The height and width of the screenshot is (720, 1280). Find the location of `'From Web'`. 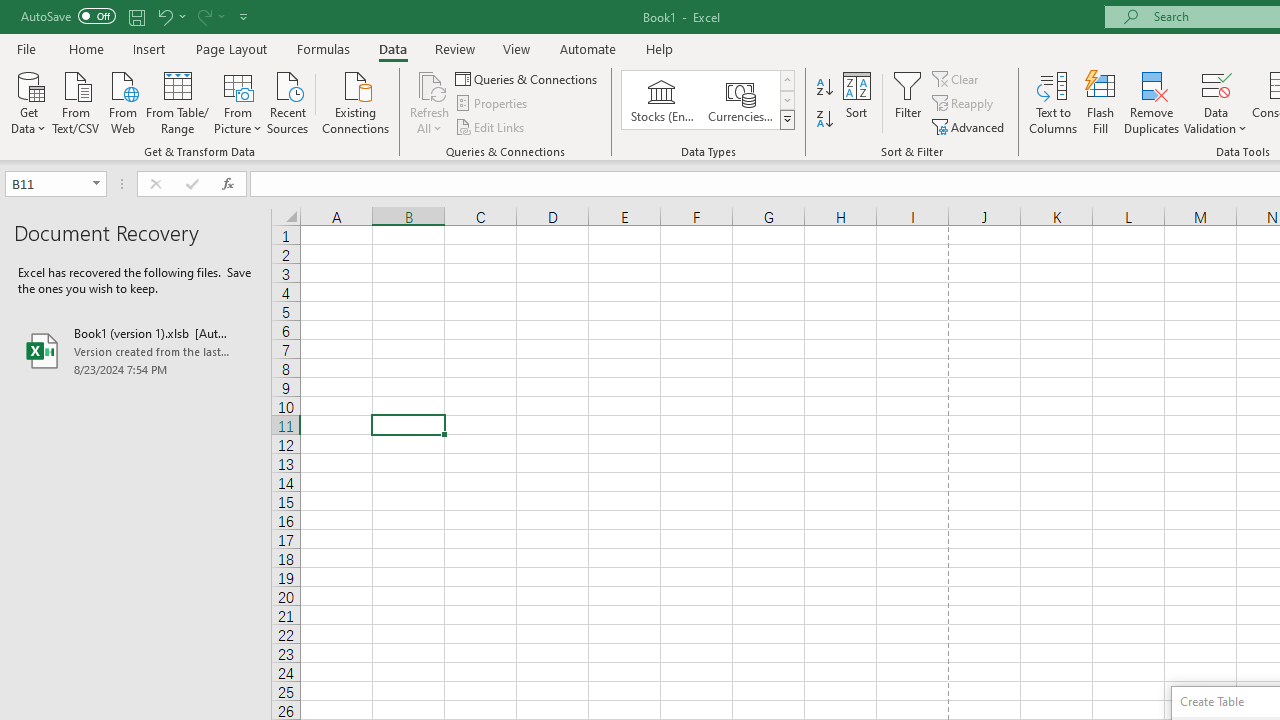

'From Web' is located at coordinates (121, 101).